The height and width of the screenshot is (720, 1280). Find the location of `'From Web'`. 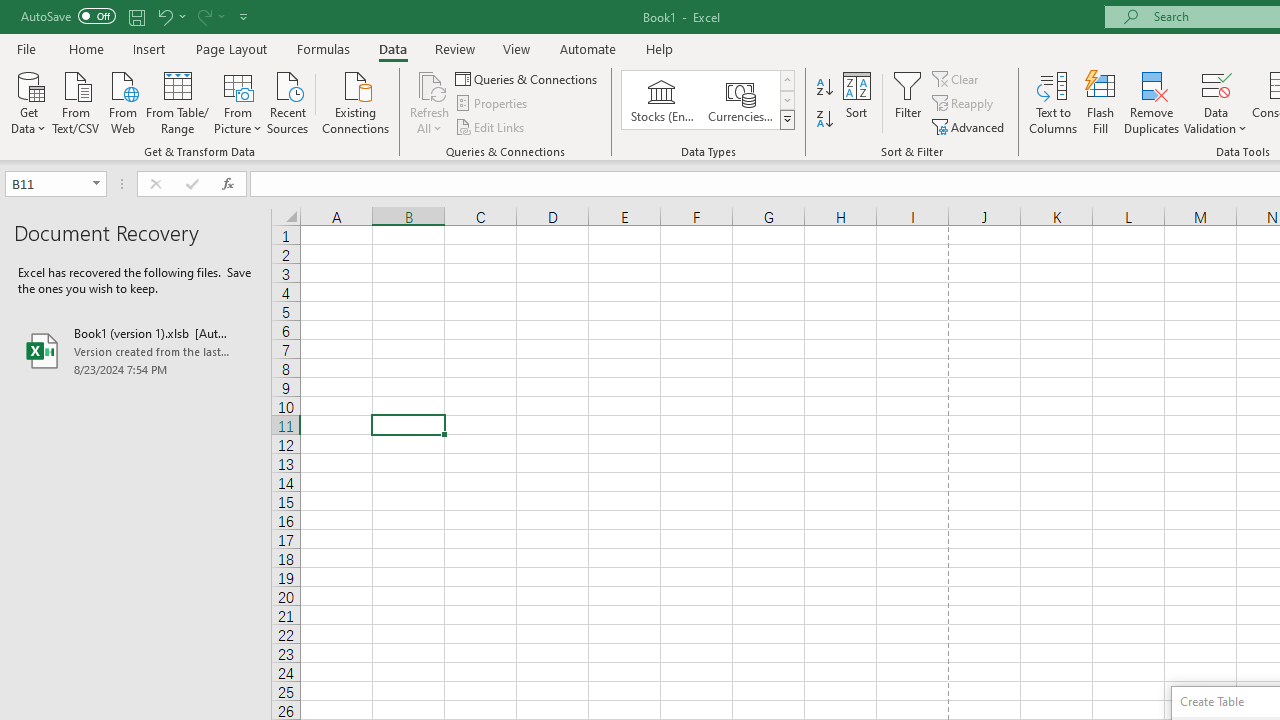

'From Web' is located at coordinates (121, 101).